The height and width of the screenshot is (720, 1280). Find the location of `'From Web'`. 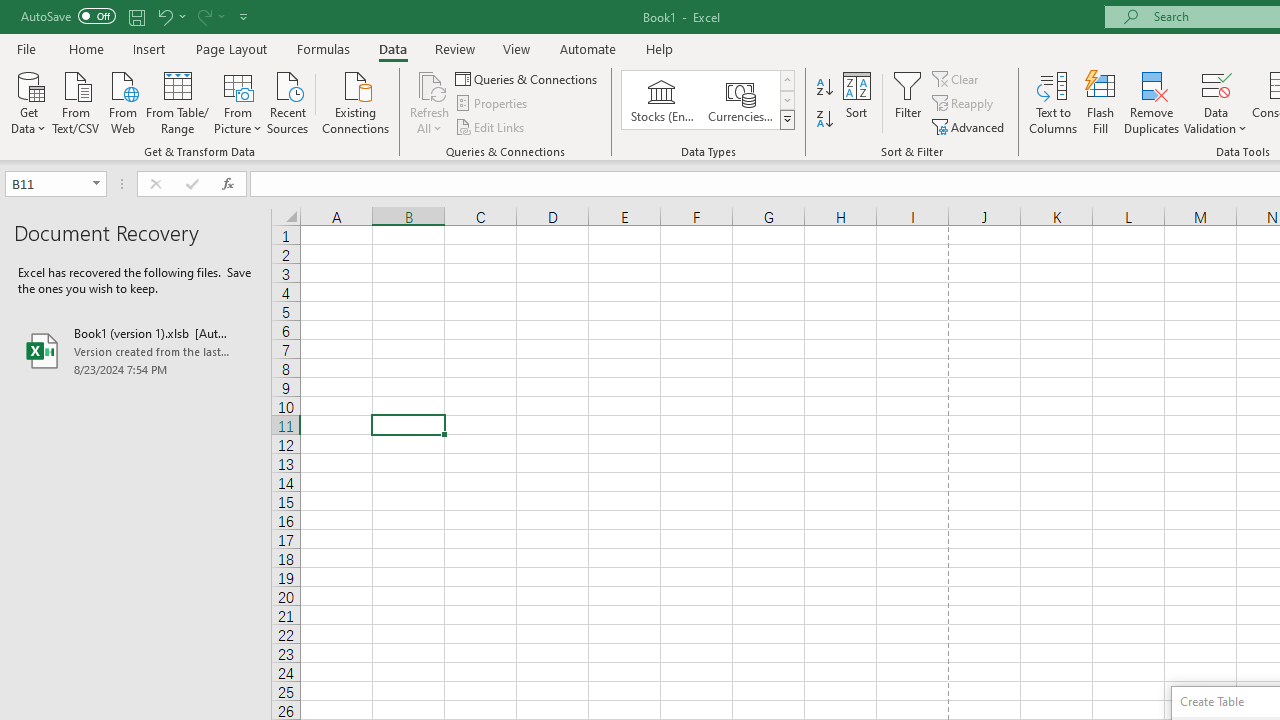

'From Web' is located at coordinates (121, 101).